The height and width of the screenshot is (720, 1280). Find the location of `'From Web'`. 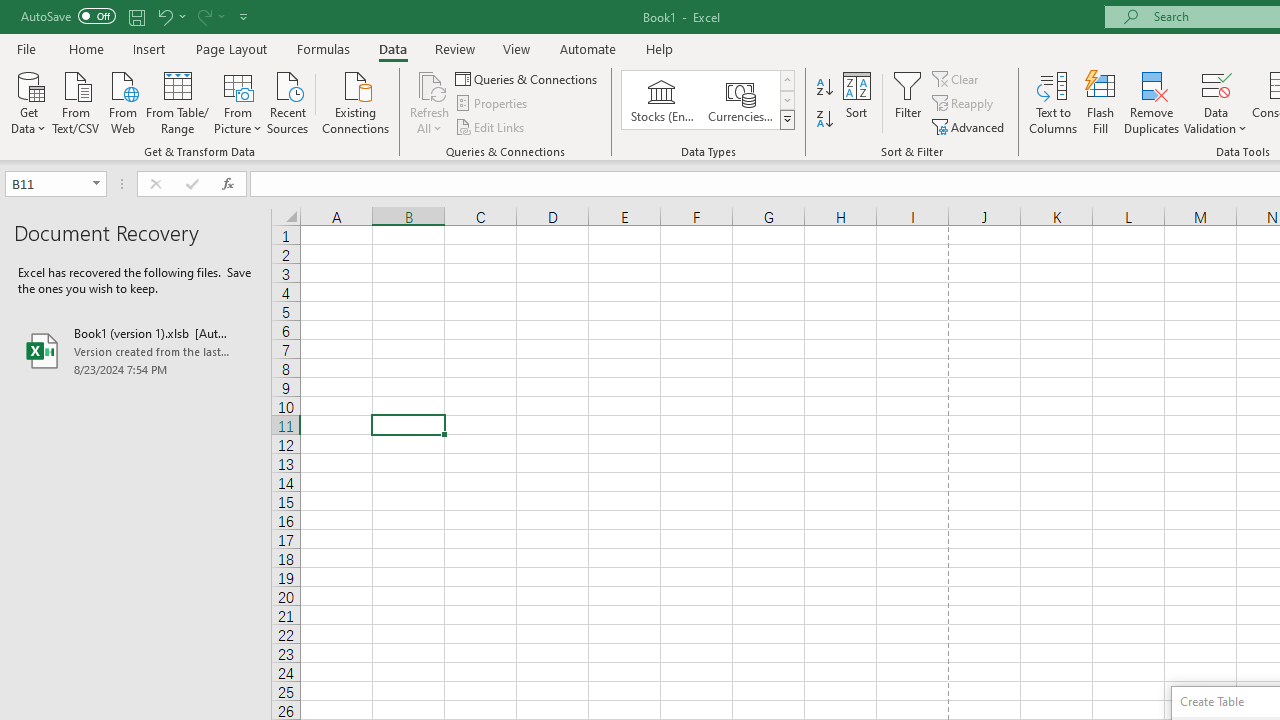

'From Web' is located at coordinates (121, 101).